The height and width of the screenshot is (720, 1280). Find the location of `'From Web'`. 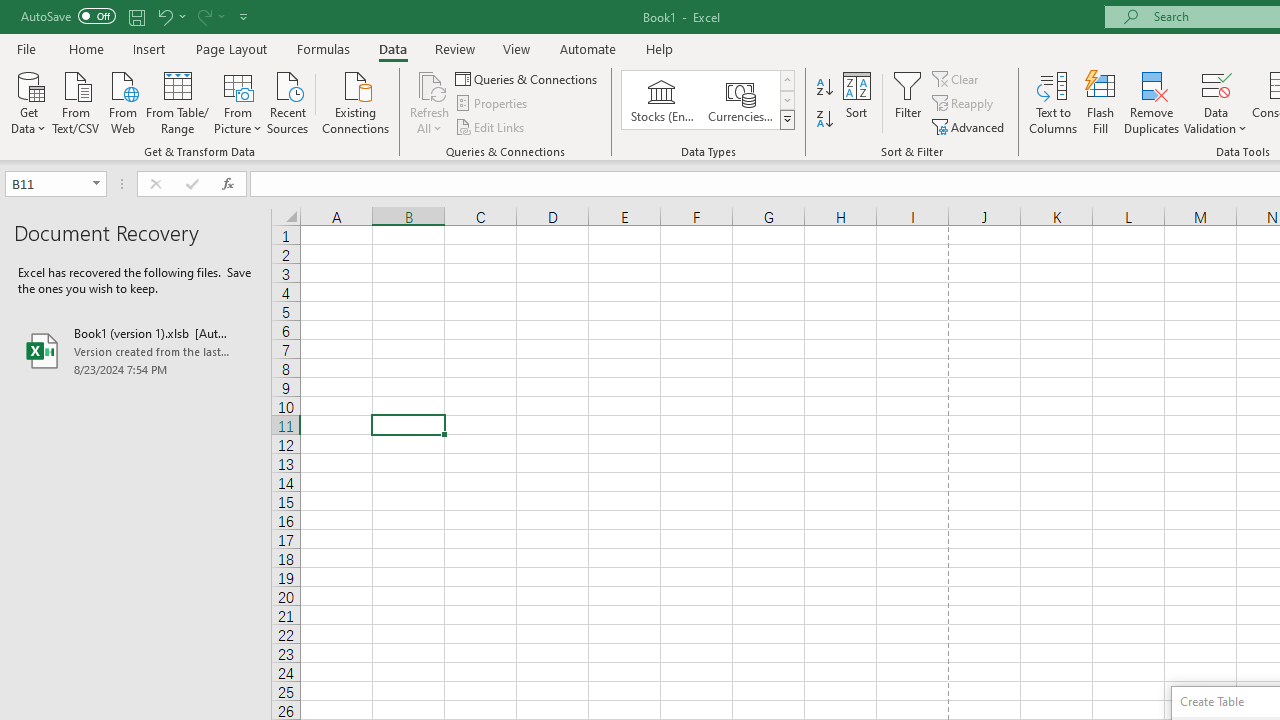

'From Web' is located at coordinates (121, 101).